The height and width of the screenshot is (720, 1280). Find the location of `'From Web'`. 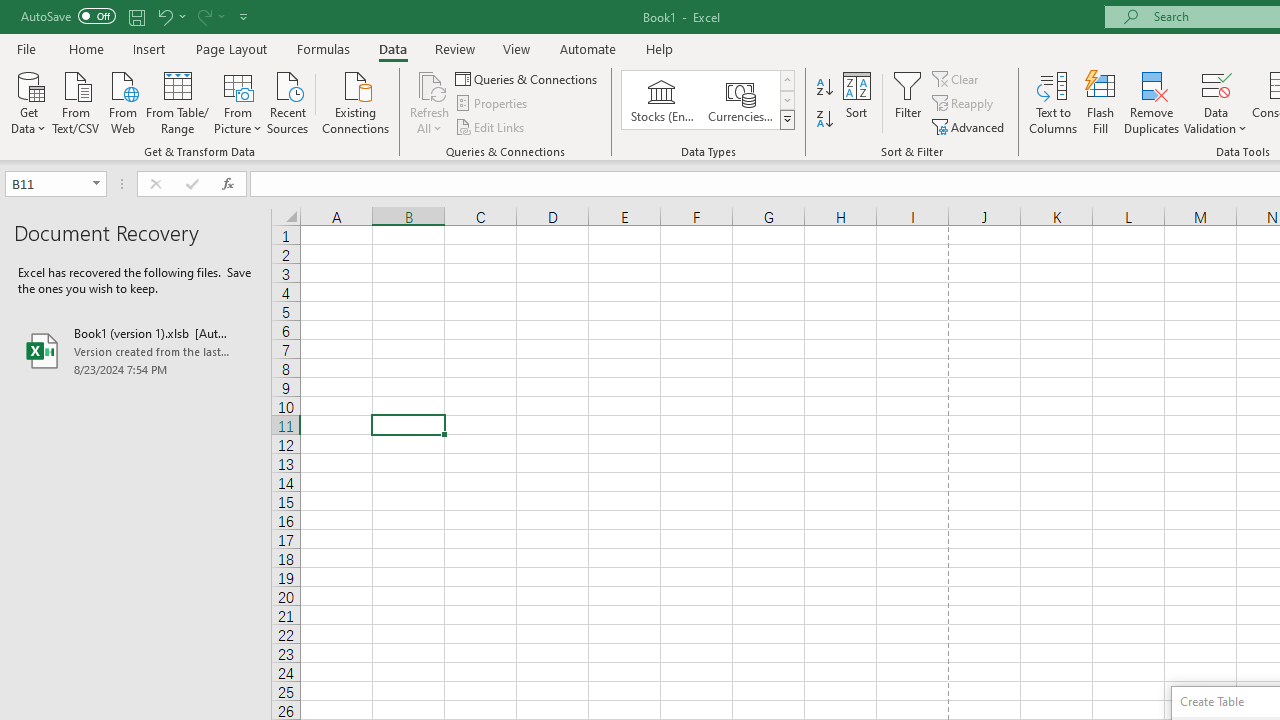

'From Web' is located at coordinates (121, 101).